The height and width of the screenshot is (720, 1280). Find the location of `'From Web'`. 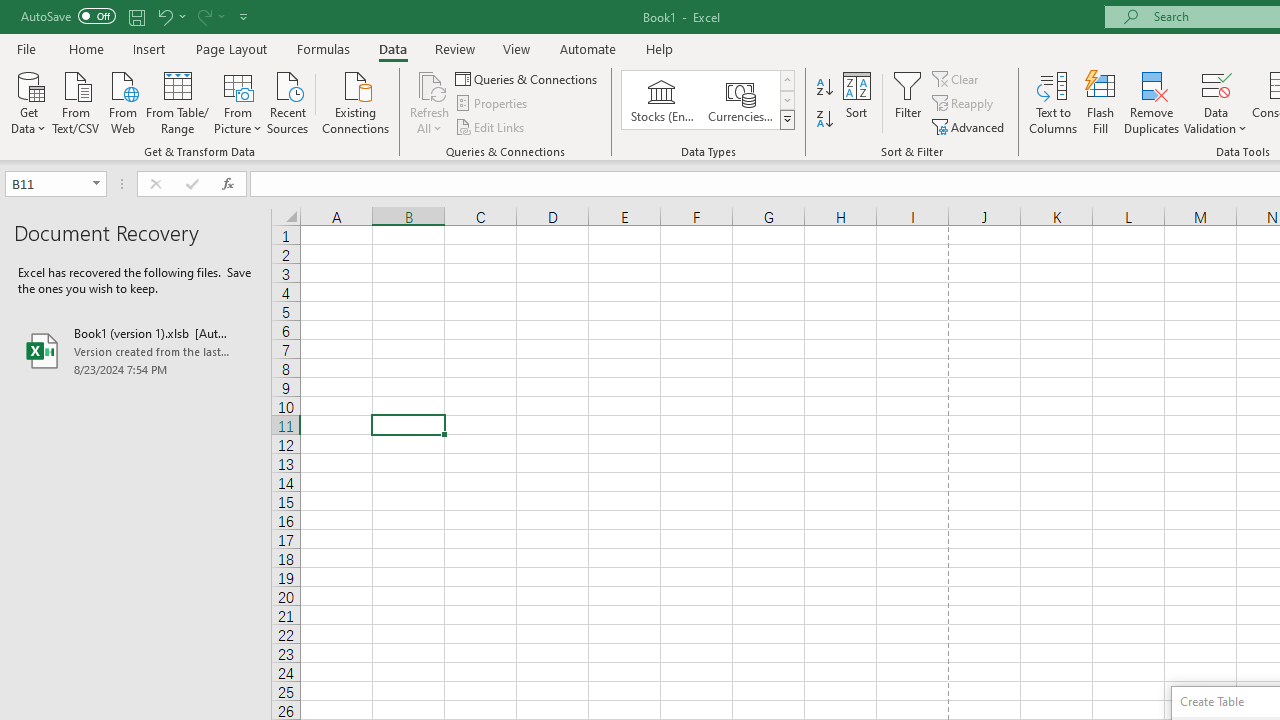

'From Web' is located at coordinates (121, 101).